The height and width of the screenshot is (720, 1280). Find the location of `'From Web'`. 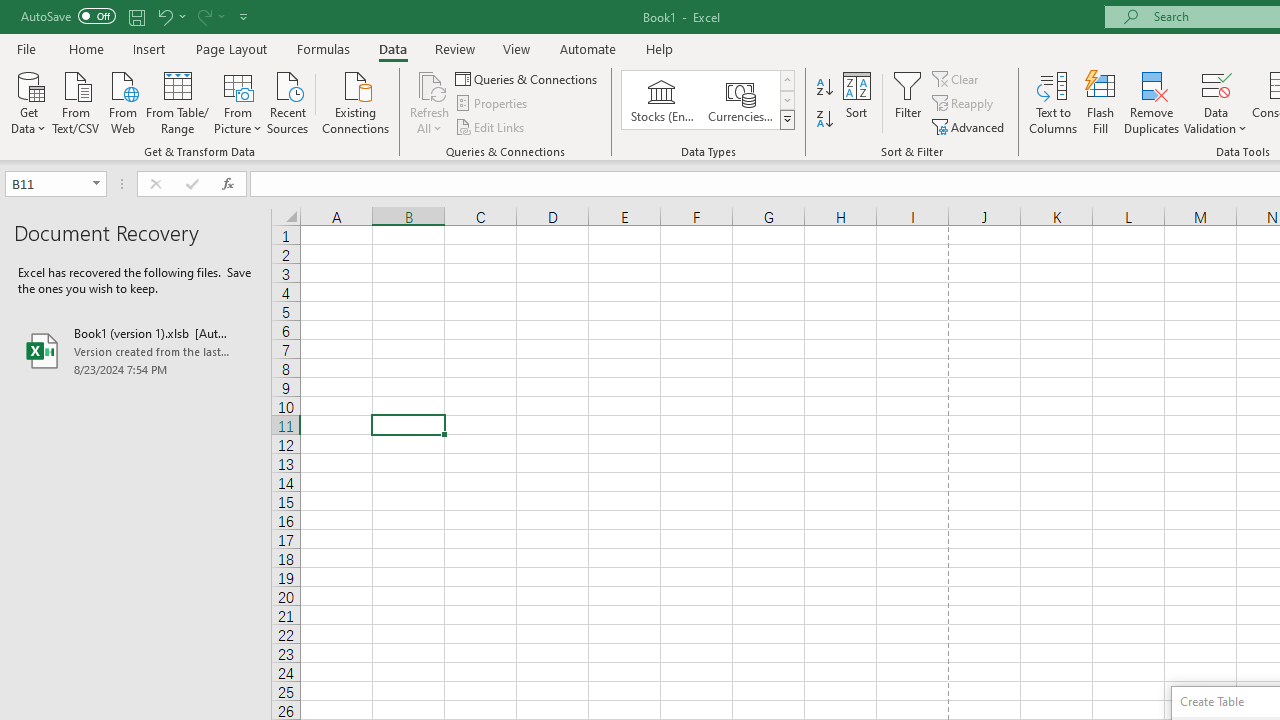

'From Web' is located at coordinates (121, 101).